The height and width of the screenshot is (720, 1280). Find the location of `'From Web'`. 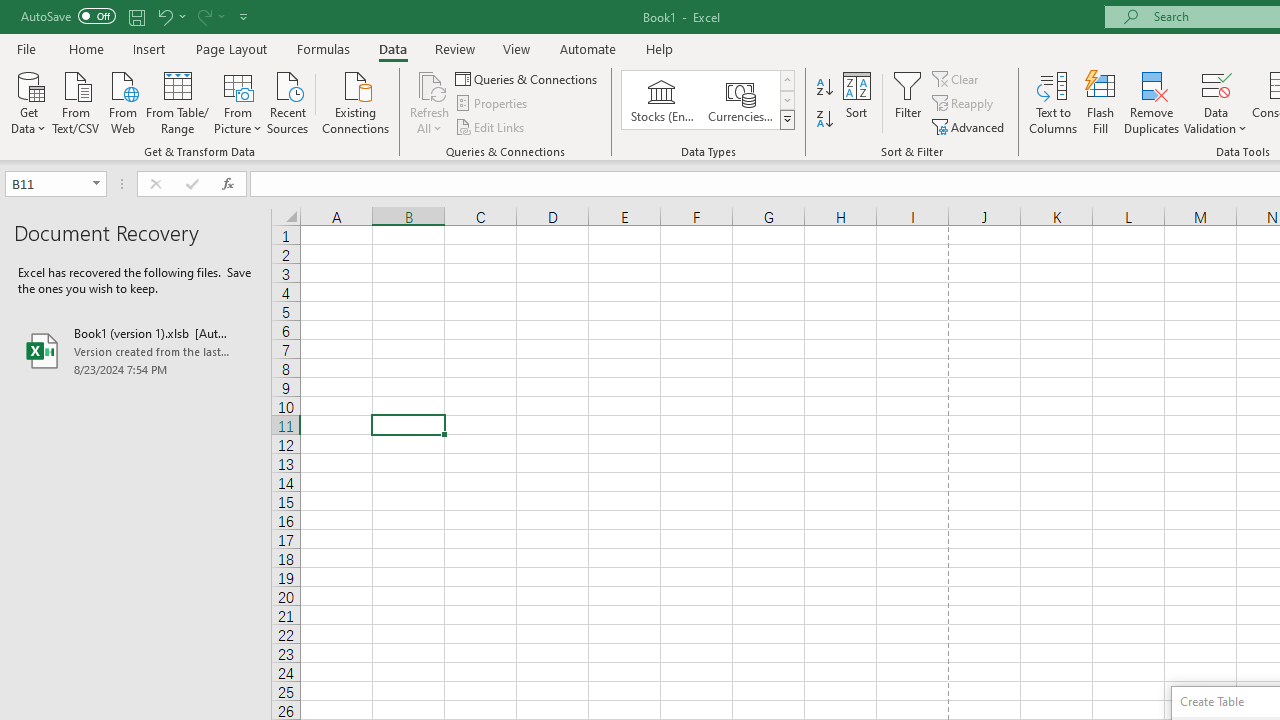

'From Web' is located at coordinates (121, 101).